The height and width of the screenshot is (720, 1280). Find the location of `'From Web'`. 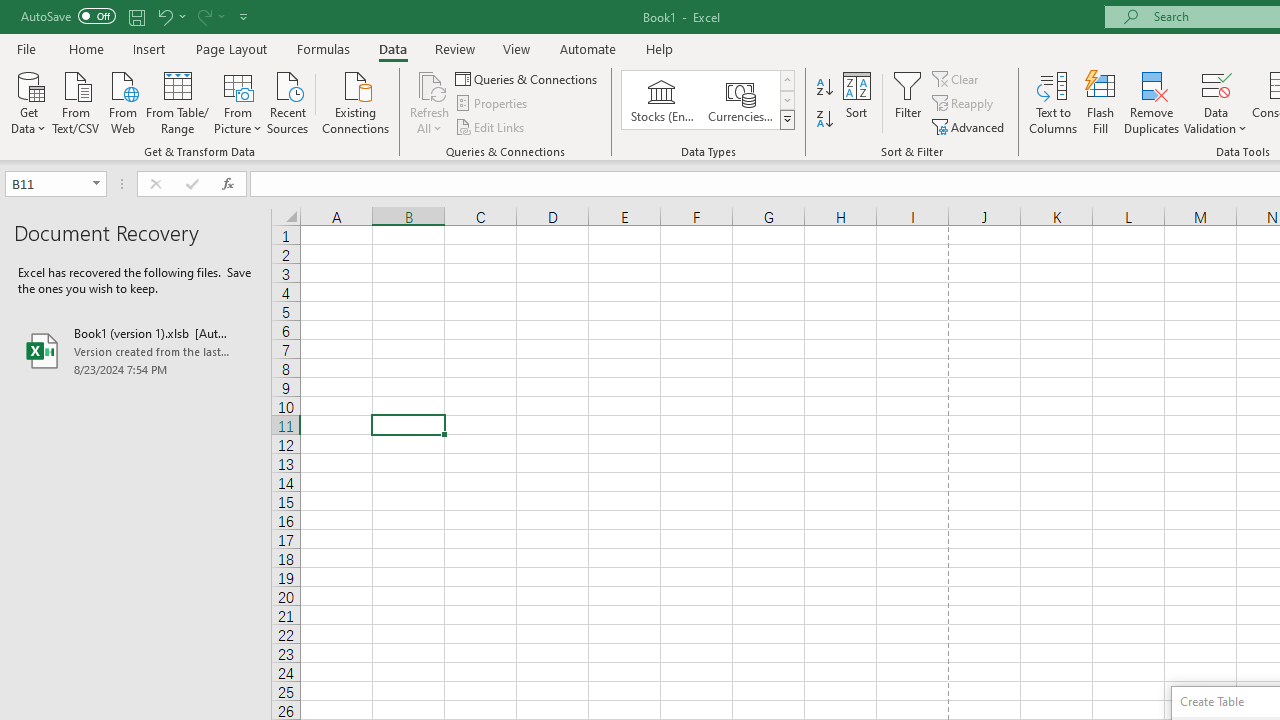

'From Web' is located at coordinates (121, 101).